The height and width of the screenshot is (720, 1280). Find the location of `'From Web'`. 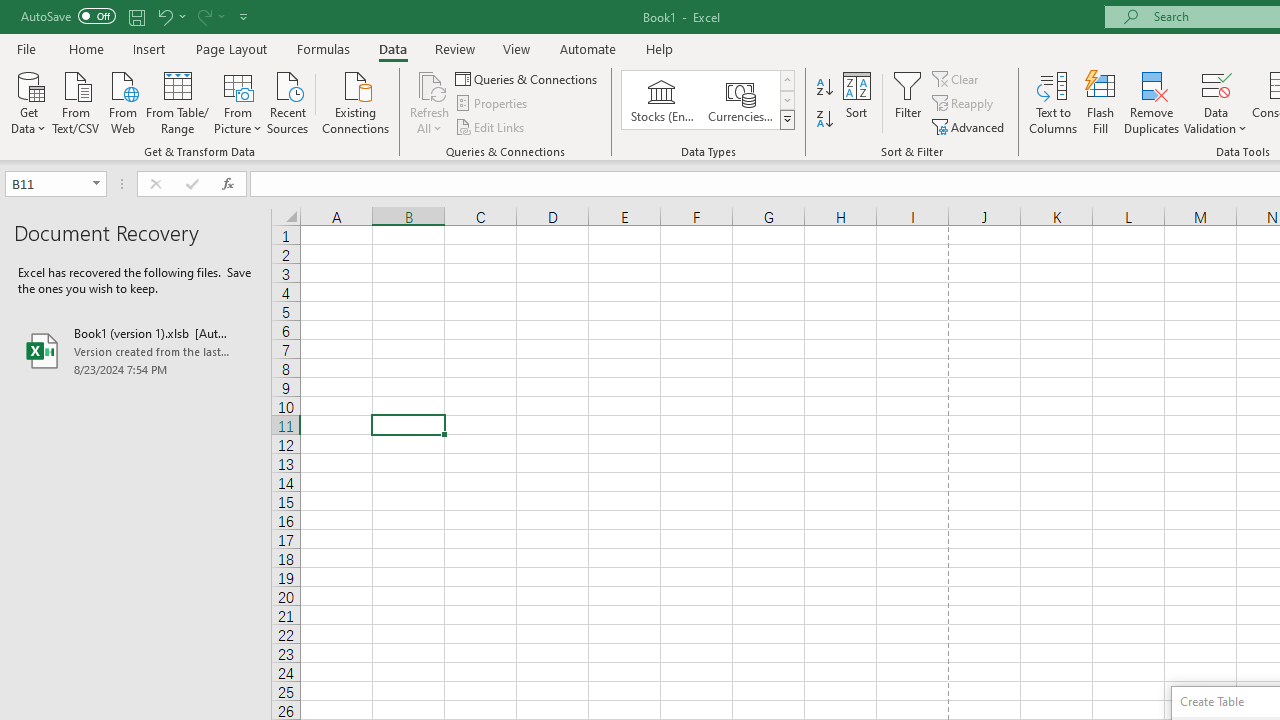

'From Web' is located at coordinates (121, 101).